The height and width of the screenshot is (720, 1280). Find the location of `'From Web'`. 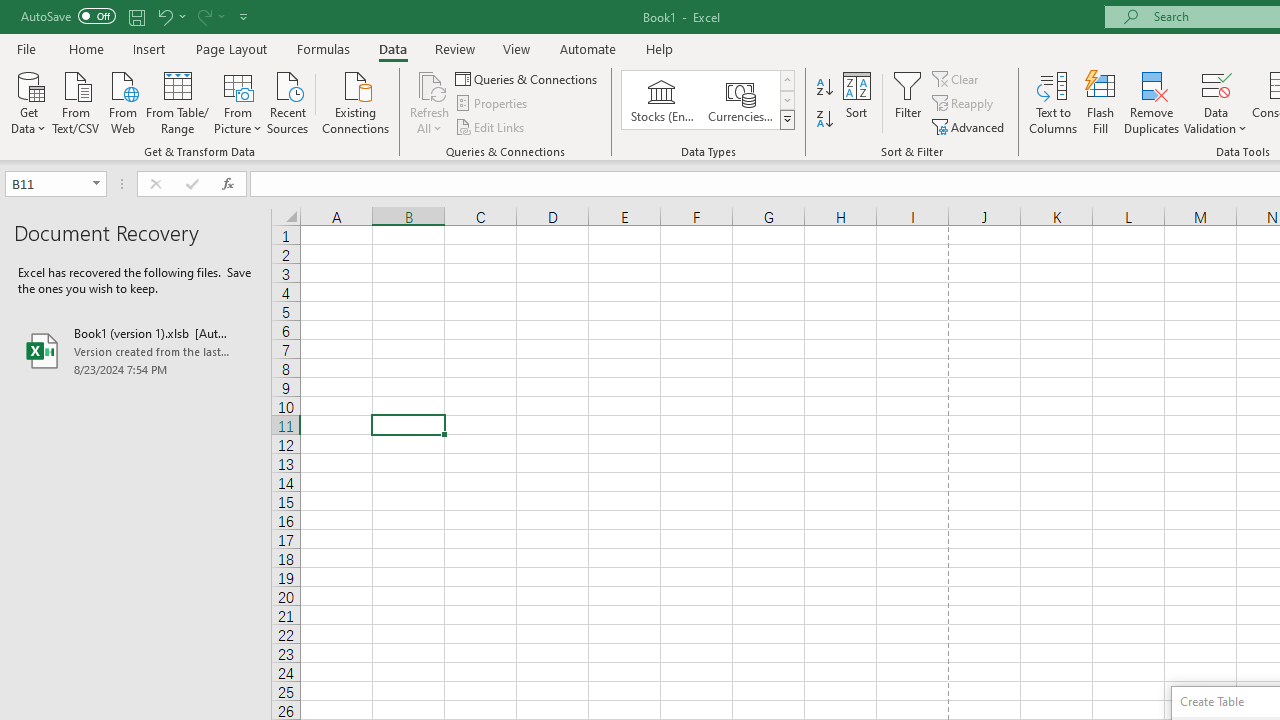

'From Web' is located at coordinates (121, 101).